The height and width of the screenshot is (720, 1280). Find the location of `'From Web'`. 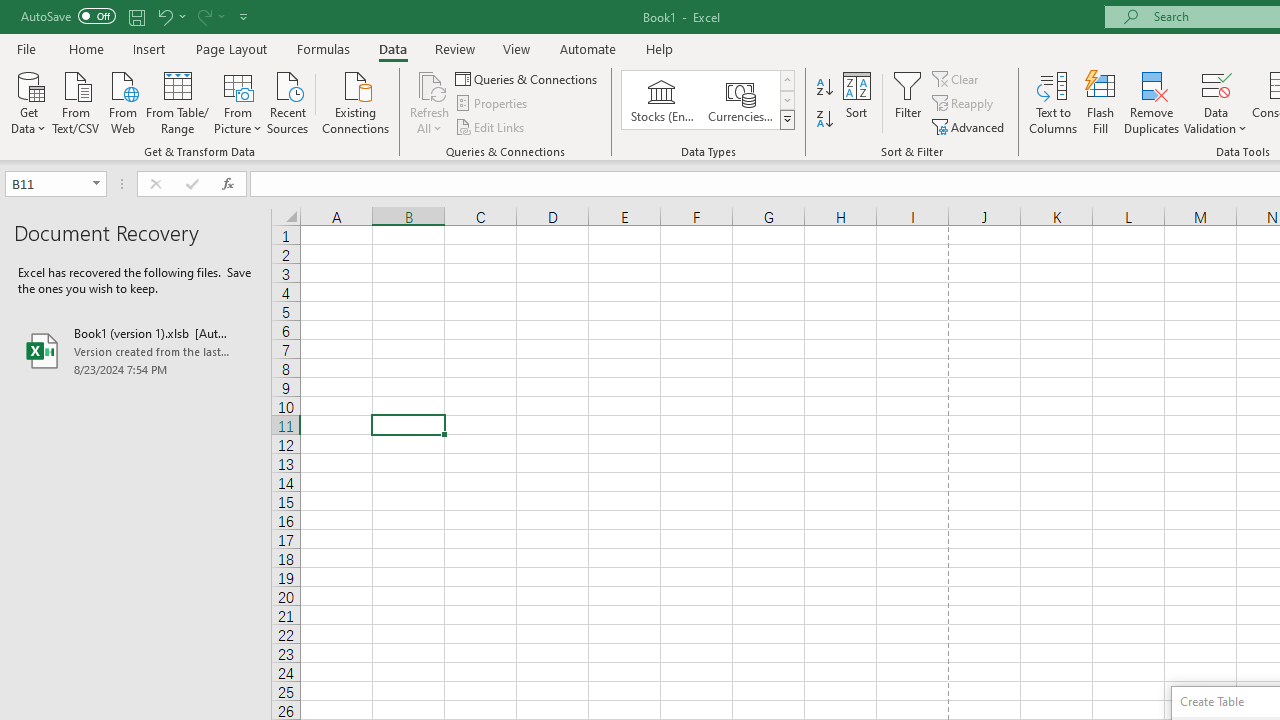

'From Web' is located at coordinates (121, 101).